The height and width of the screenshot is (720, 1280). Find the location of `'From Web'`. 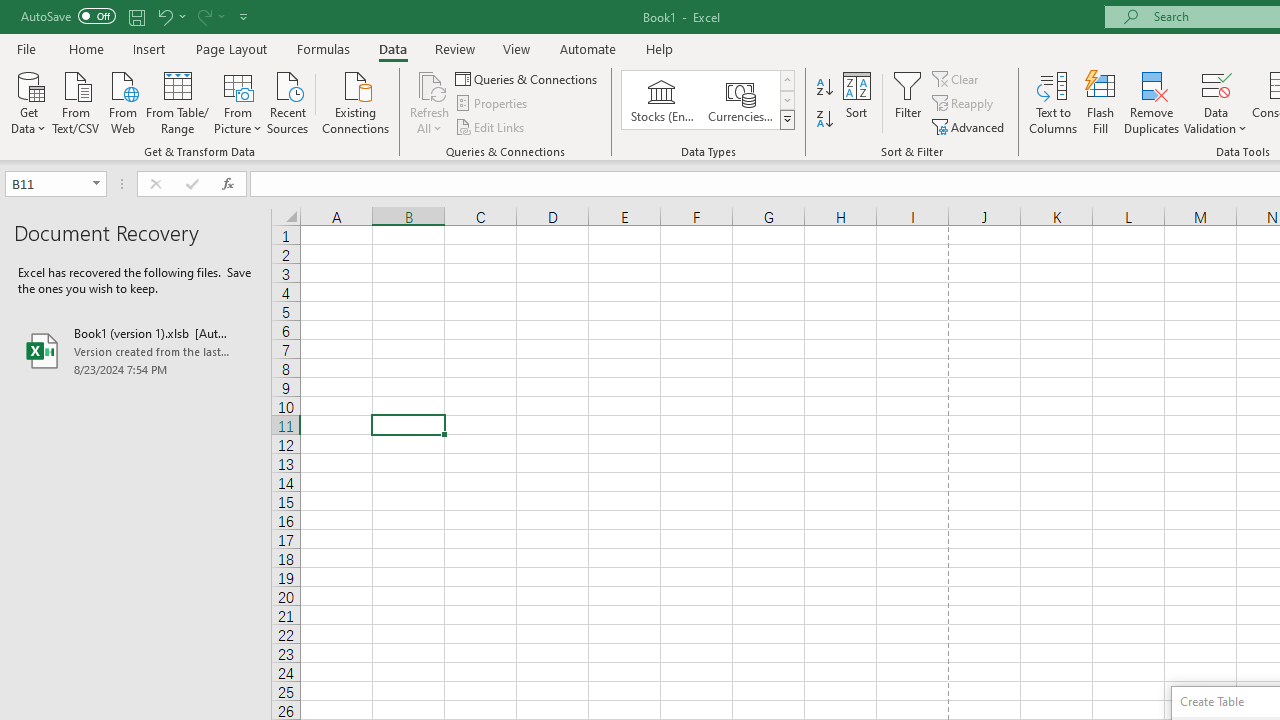

'From Web' is located at coordinates (121, 101).